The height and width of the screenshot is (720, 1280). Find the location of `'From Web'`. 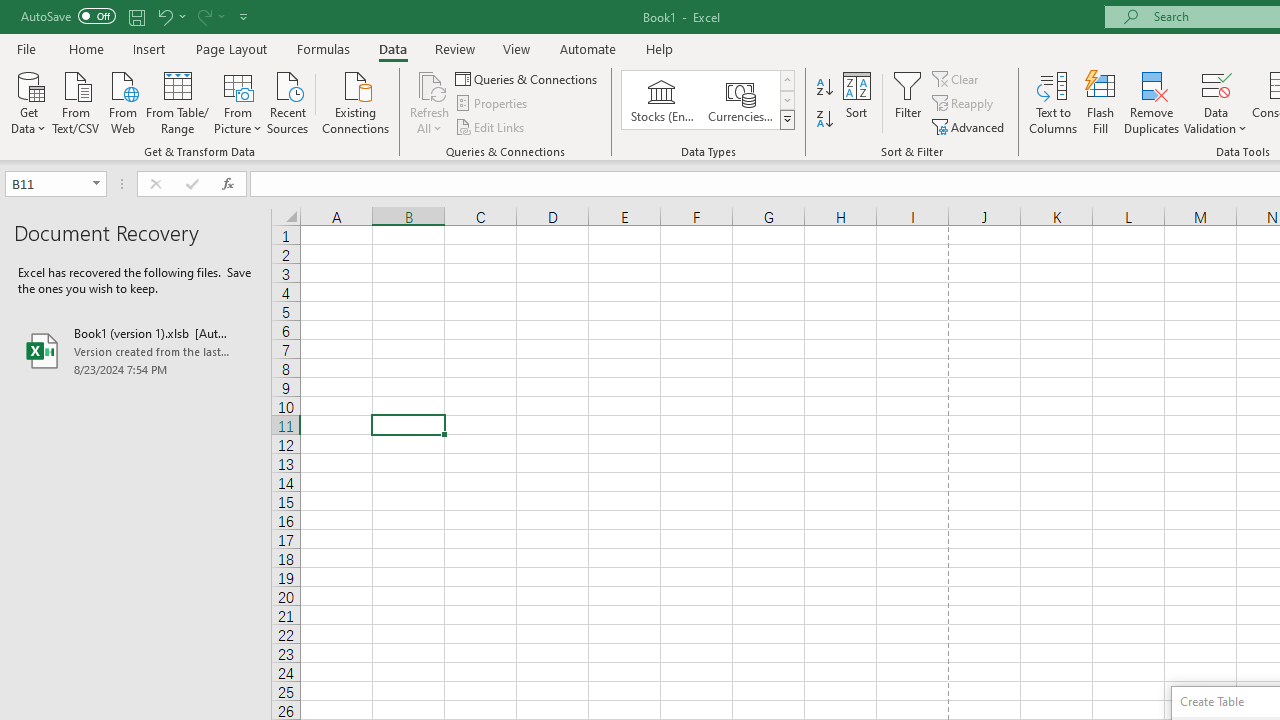

'From Web' is located at coordinates (121, 101).